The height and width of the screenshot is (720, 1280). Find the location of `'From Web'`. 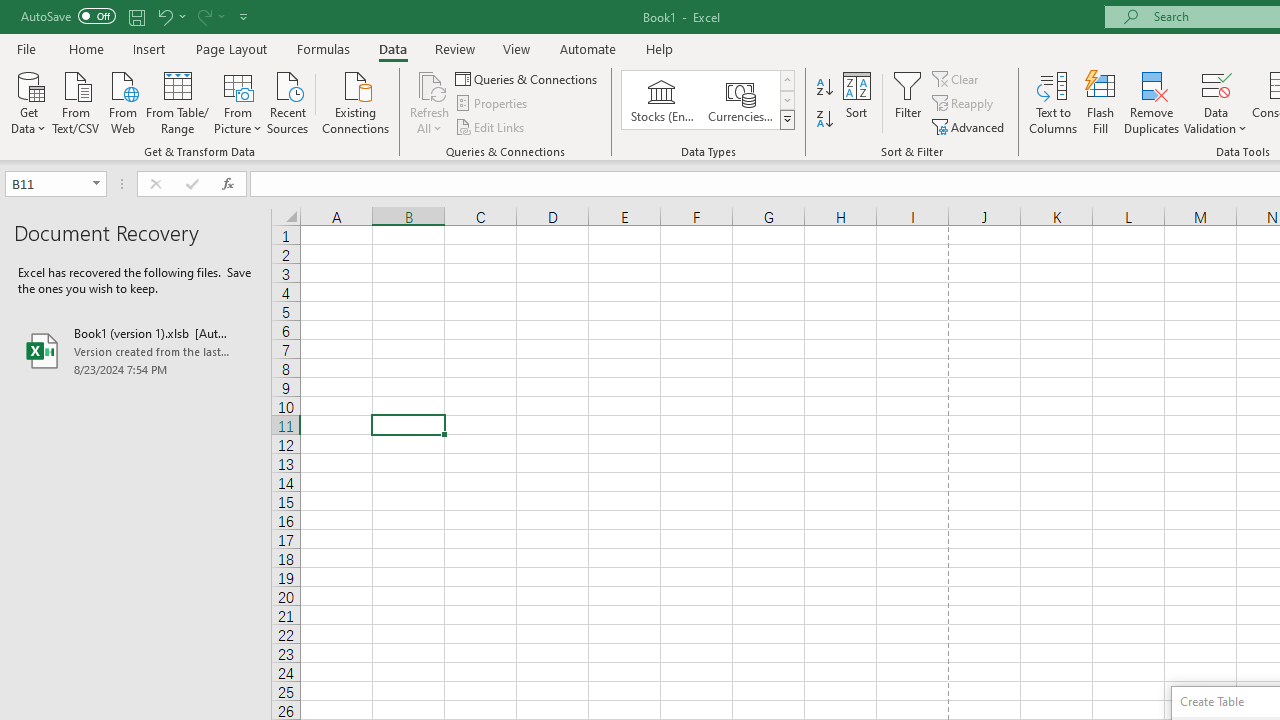

'From Web' is located at coordinates (121, 101).